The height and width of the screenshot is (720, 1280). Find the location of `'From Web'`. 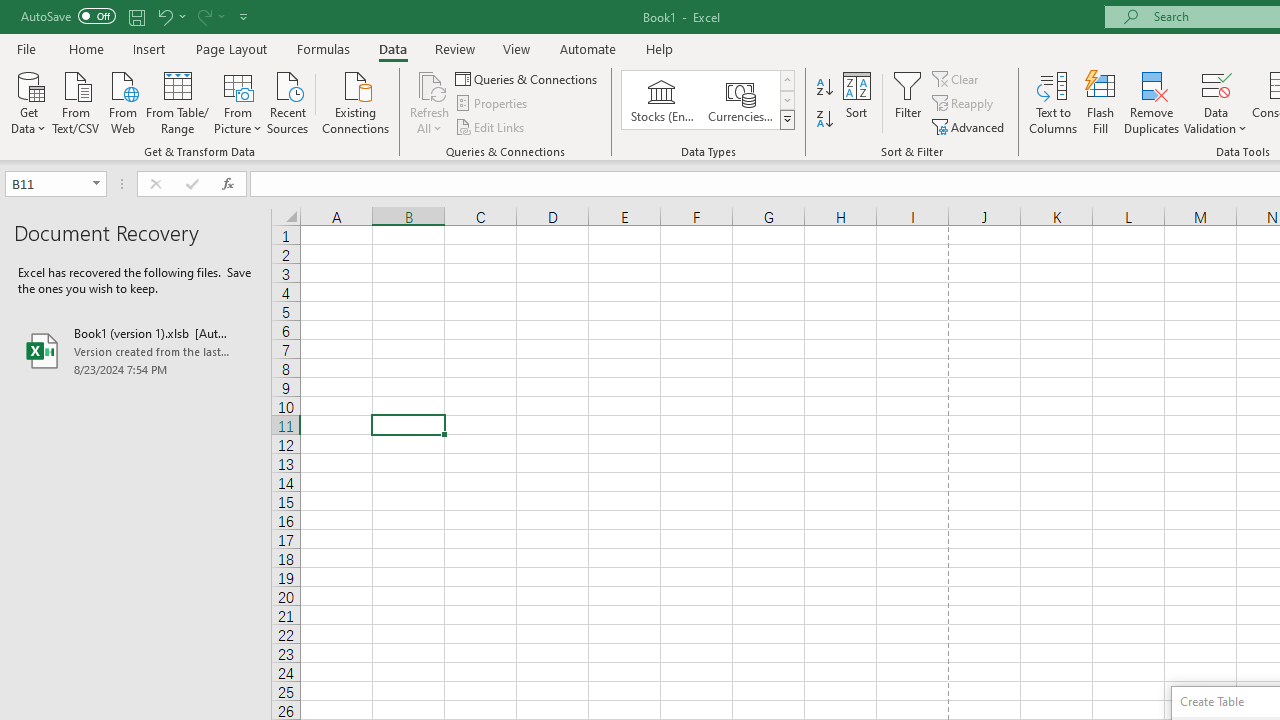

'From Web' is located at coordinates (121, 101).